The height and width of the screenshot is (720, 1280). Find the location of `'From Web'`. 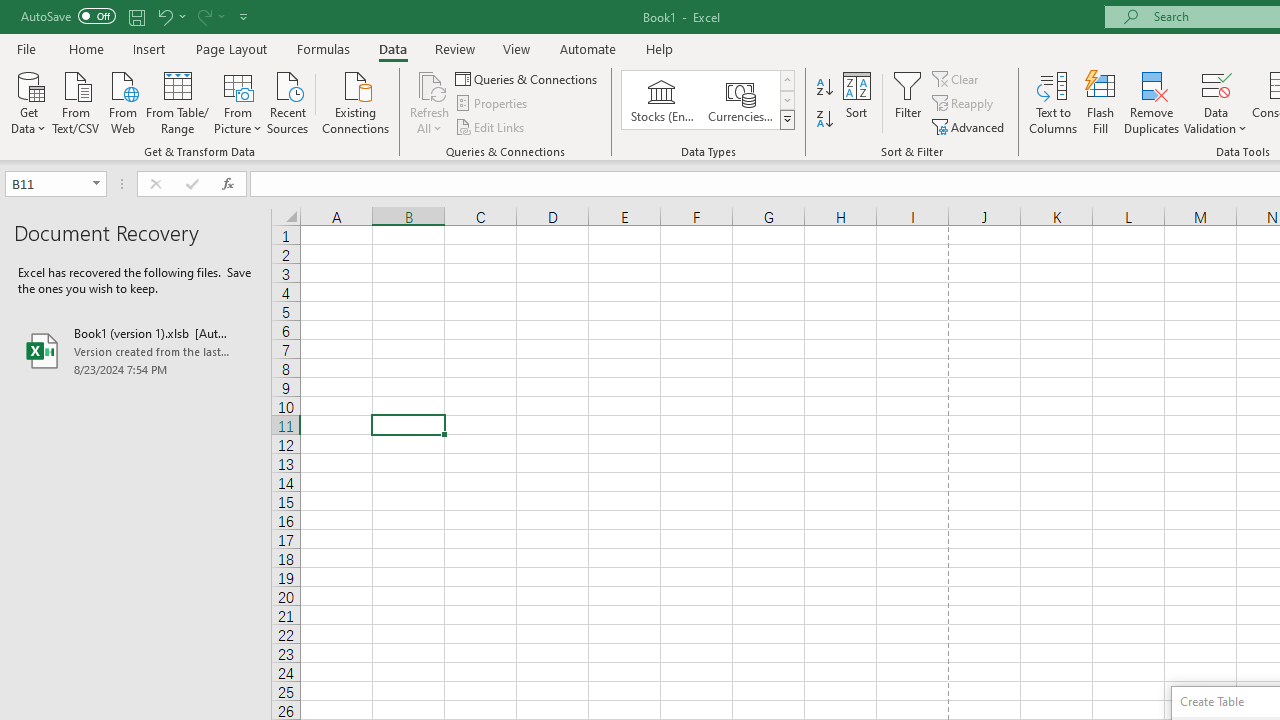

'From Web' is located at coordinates (121, 101).